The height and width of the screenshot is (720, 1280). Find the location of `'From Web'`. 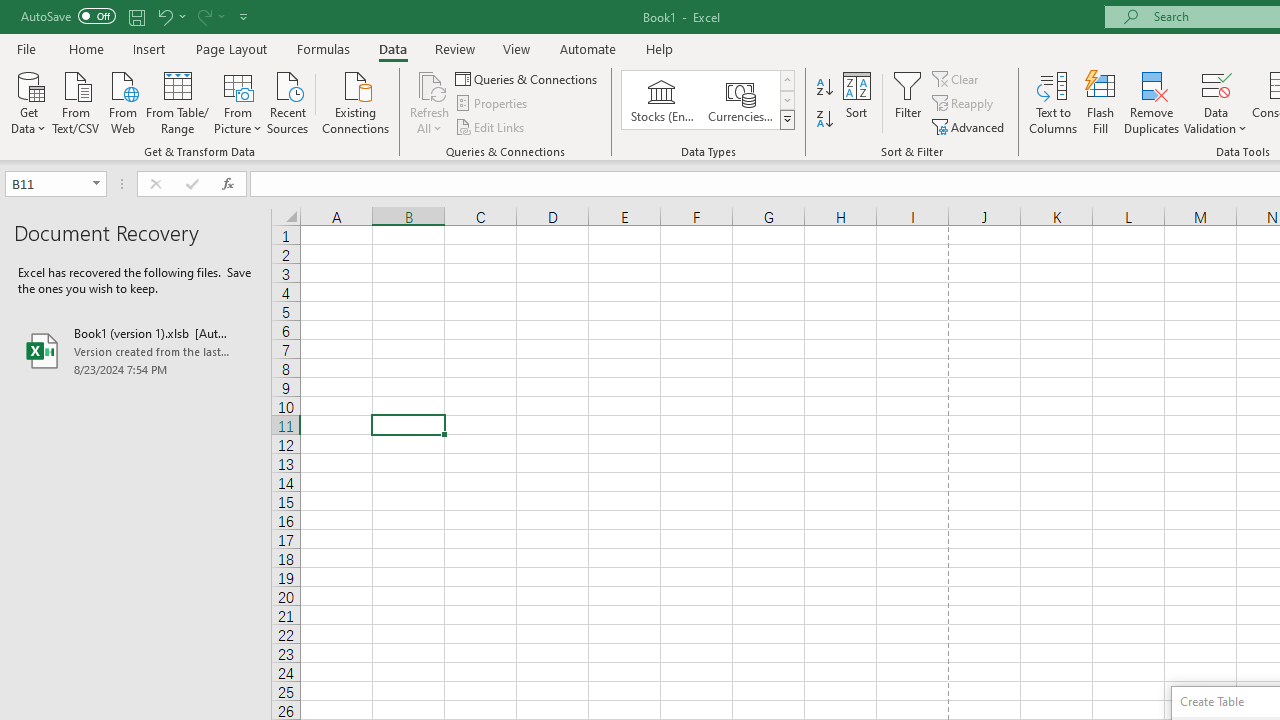

'From Web' is located at coordinates (121, 101).